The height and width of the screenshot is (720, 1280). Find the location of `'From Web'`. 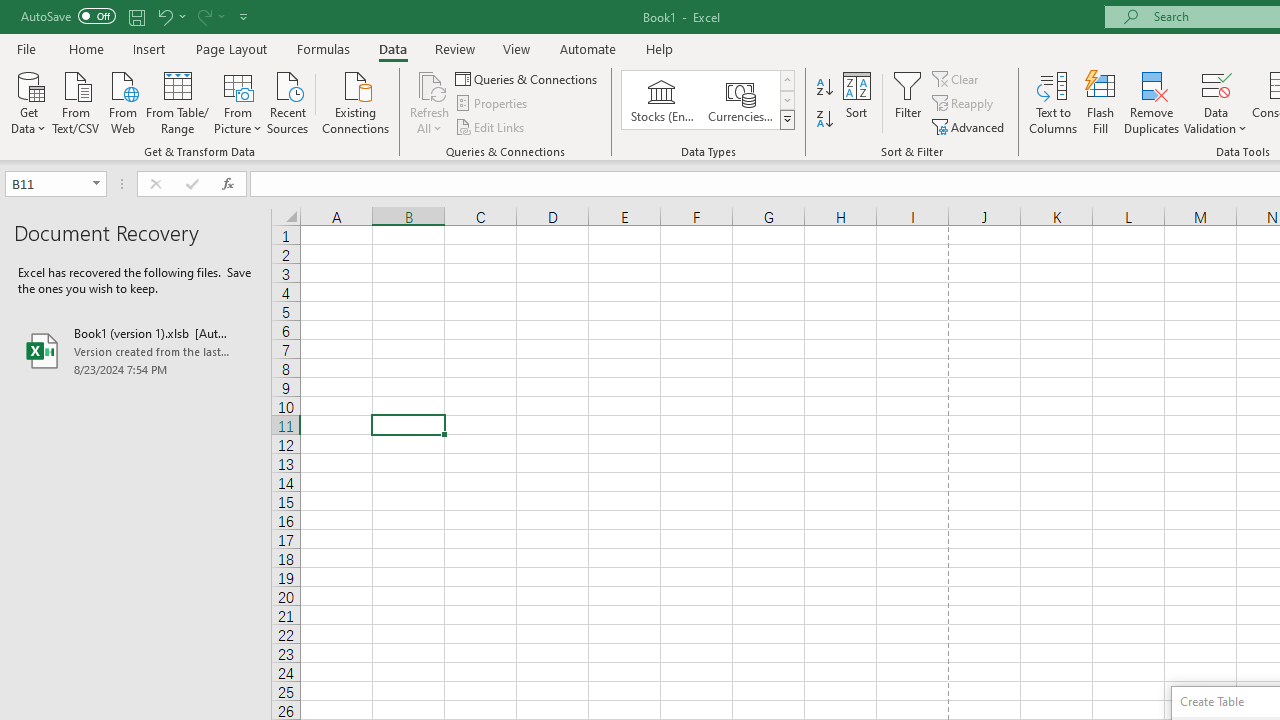

'From Web' is located at coordinates (121, 101).